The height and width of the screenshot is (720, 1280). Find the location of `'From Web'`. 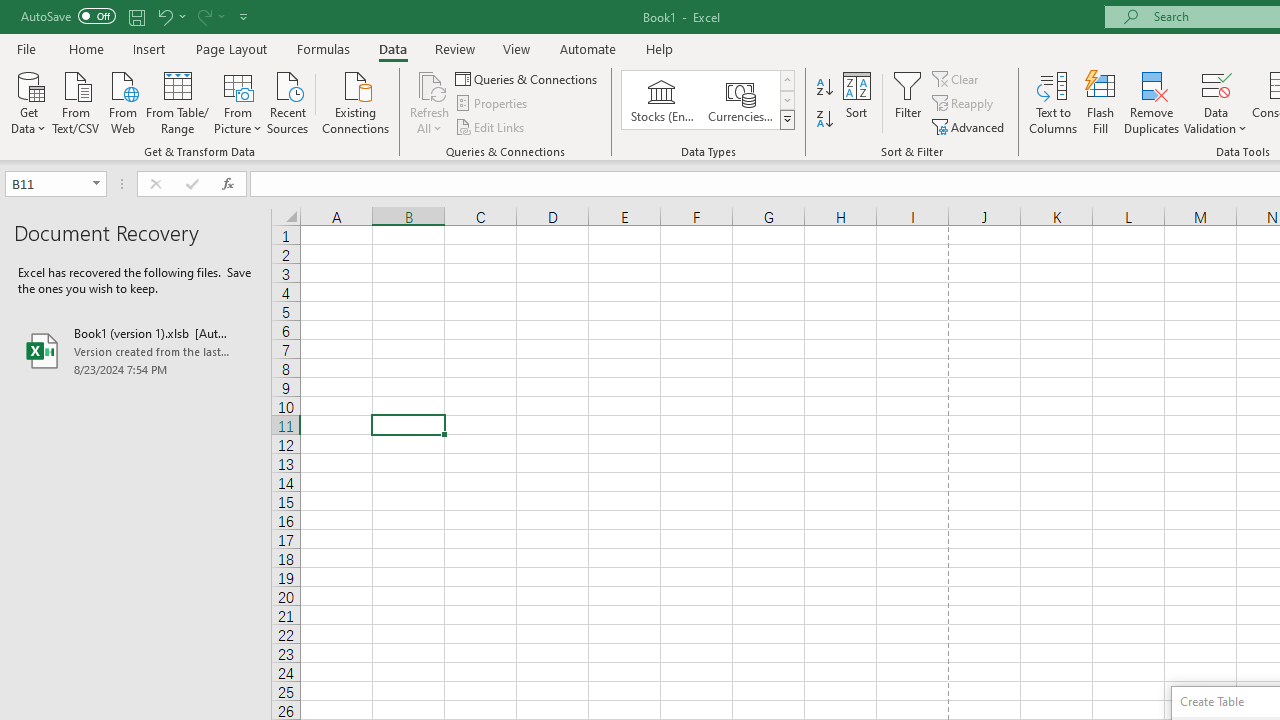

'From Web' is located at coordinates (121, 101).